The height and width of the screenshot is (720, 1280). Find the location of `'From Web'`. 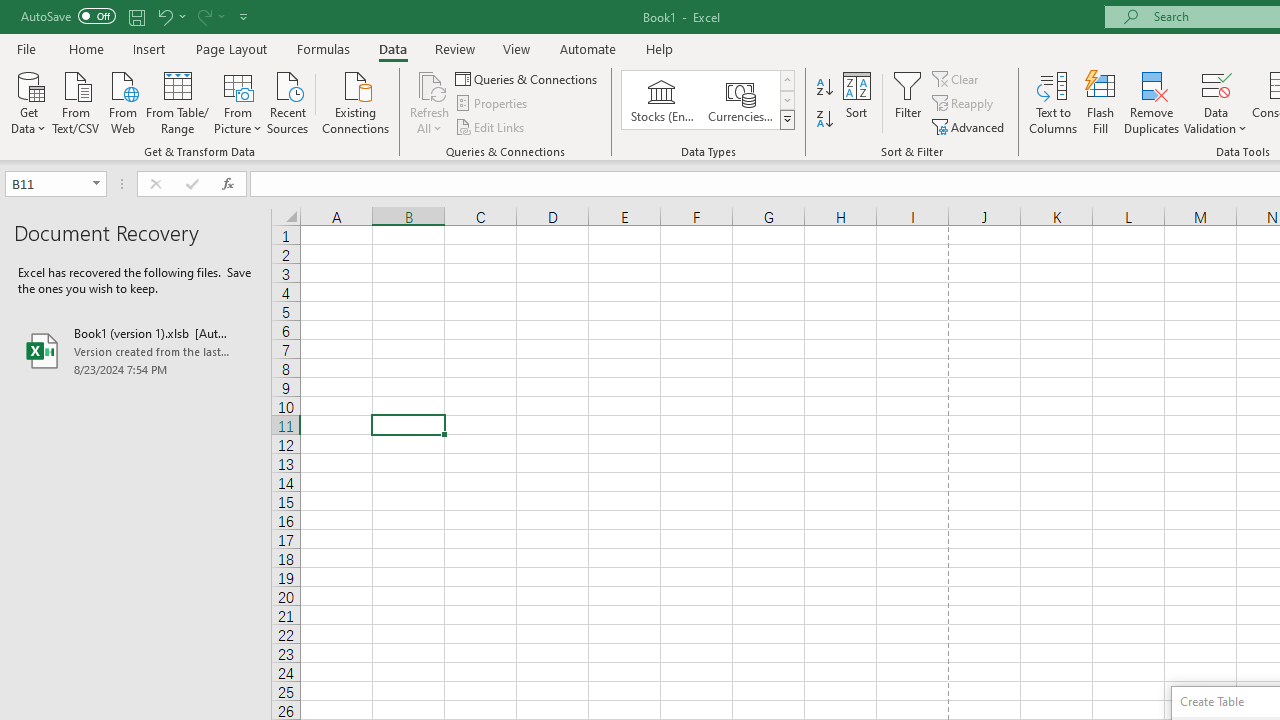

'From Web' is located at coordinates (121, 101).